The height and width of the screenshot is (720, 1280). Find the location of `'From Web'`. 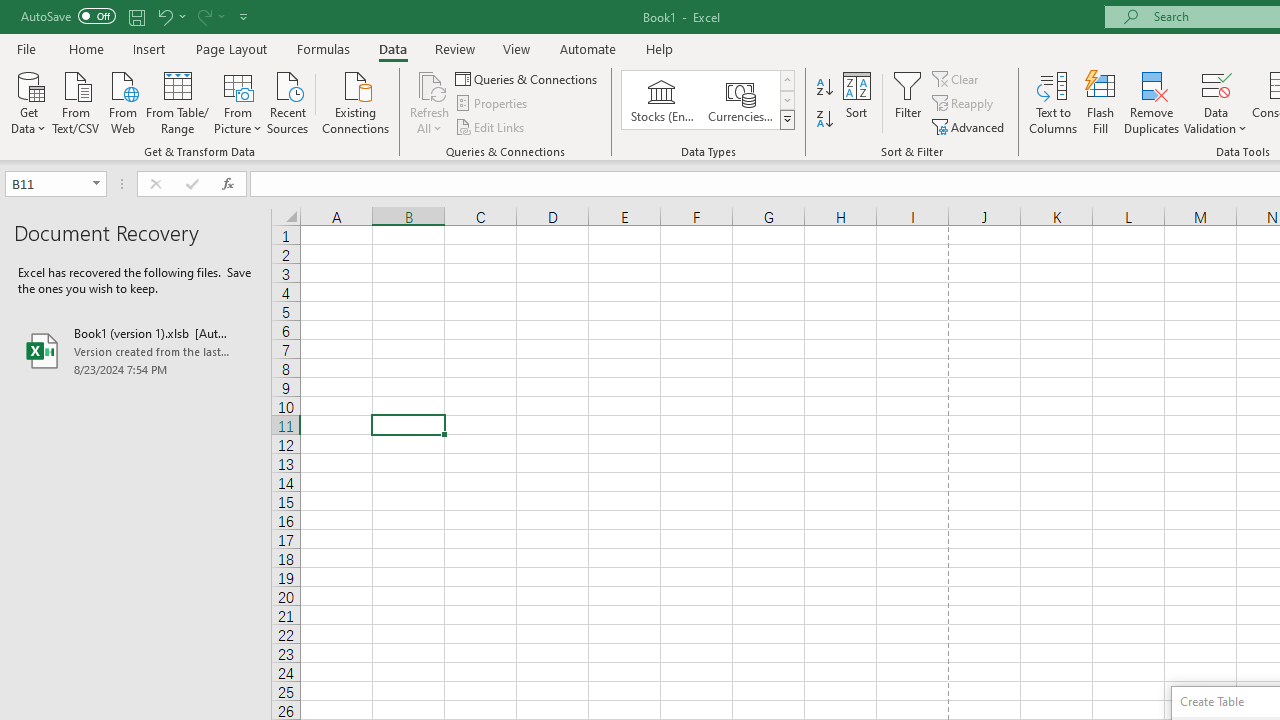

'From Web' is located at coordinates (121, 101).